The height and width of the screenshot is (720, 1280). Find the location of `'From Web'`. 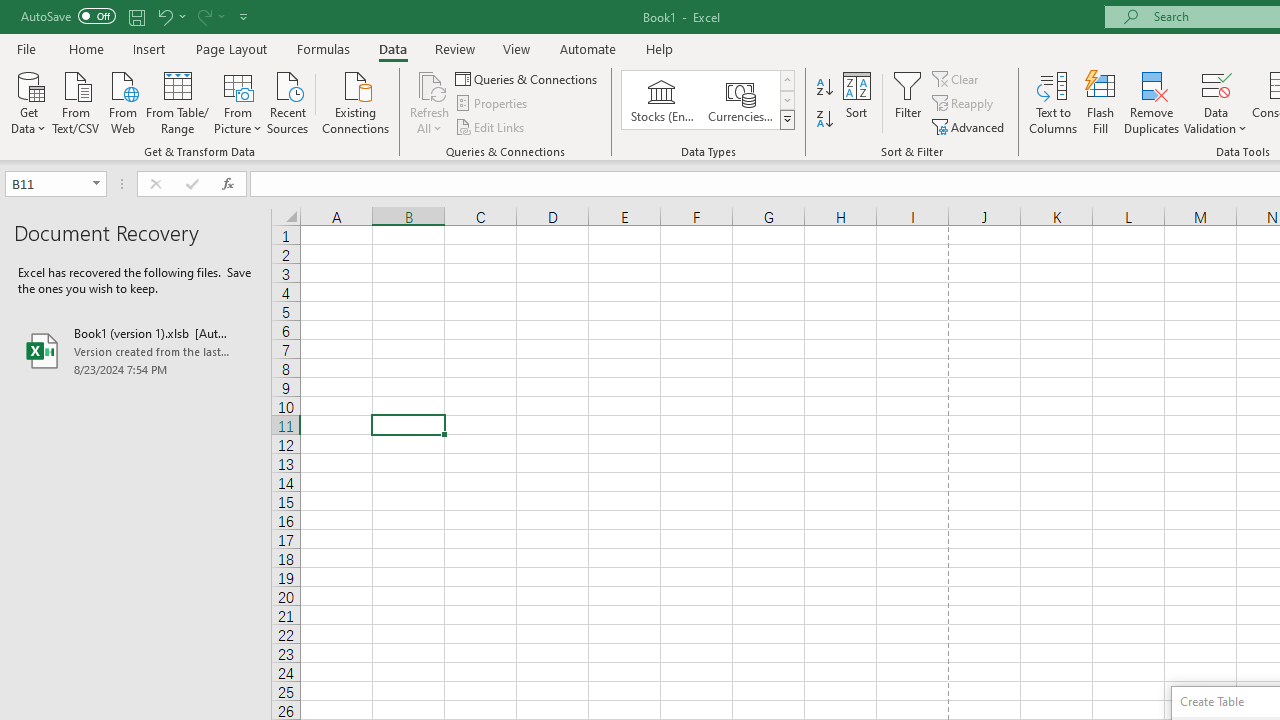

'From Web' is located at coordinates (121, 101).